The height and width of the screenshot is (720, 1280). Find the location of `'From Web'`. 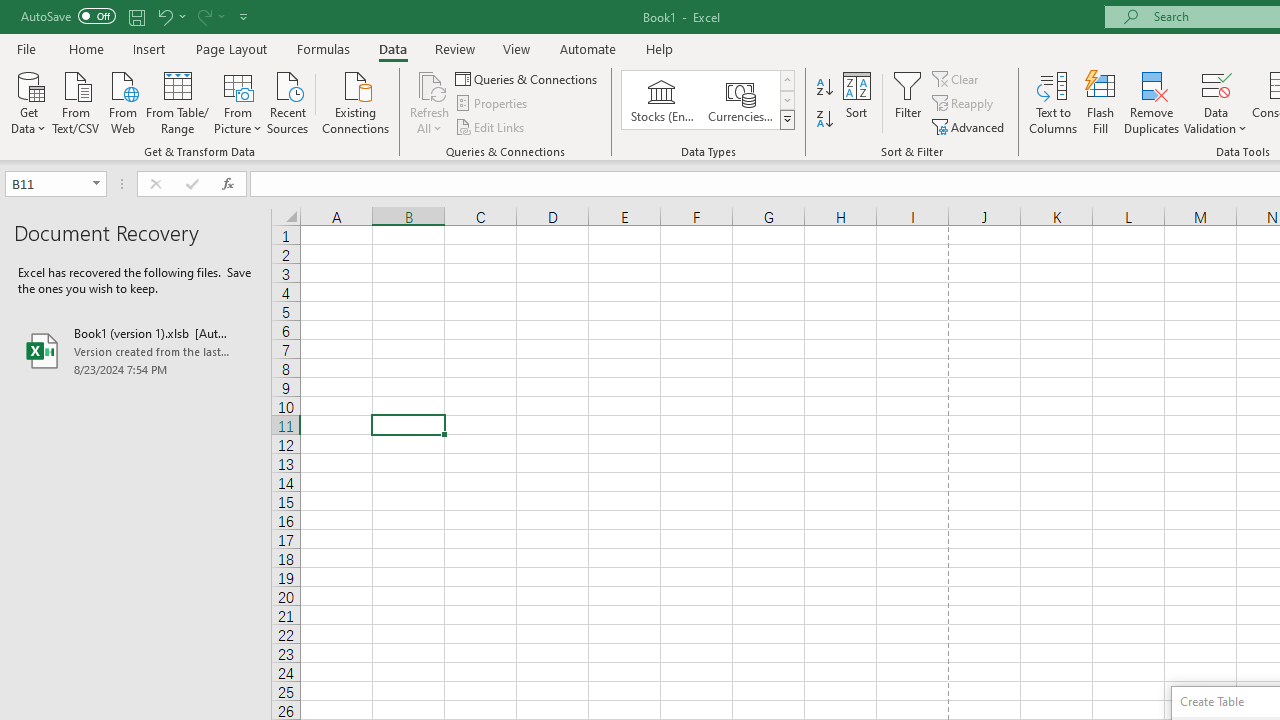

'From Web' is located at coordinates (121, 101).